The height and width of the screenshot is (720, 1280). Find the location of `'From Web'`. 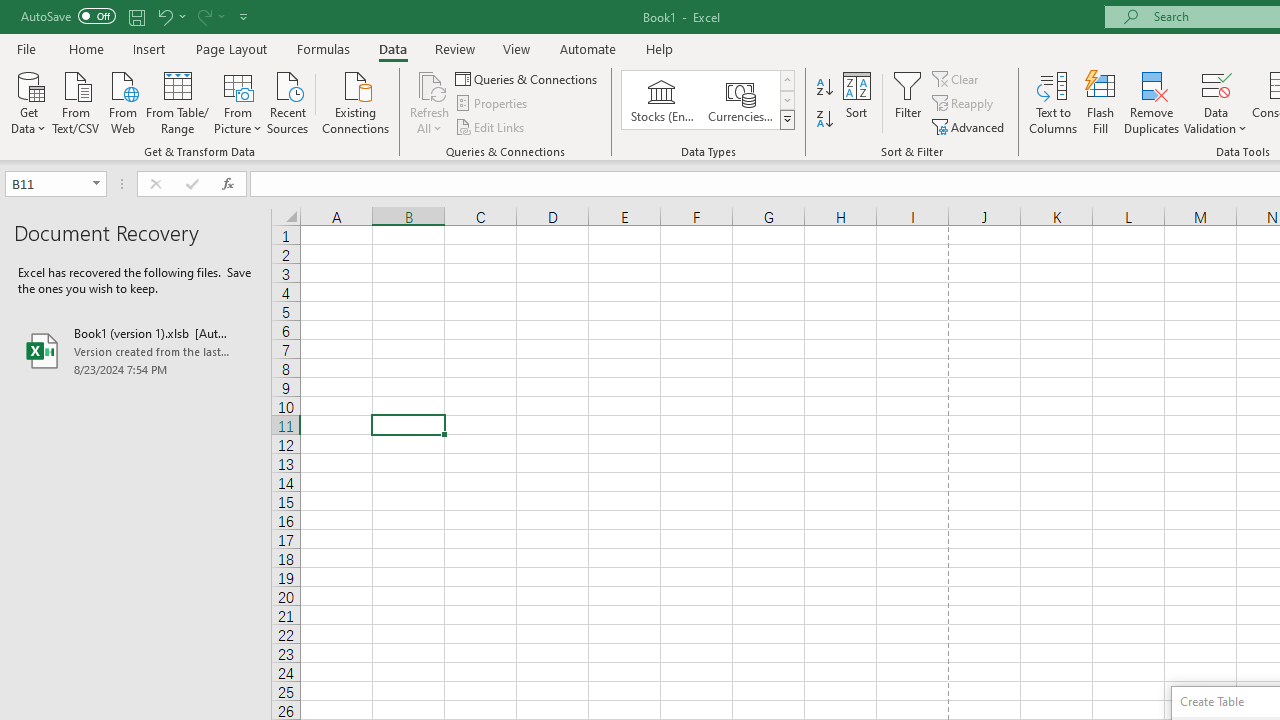

'From Web' is located at coordinates (121, 101).